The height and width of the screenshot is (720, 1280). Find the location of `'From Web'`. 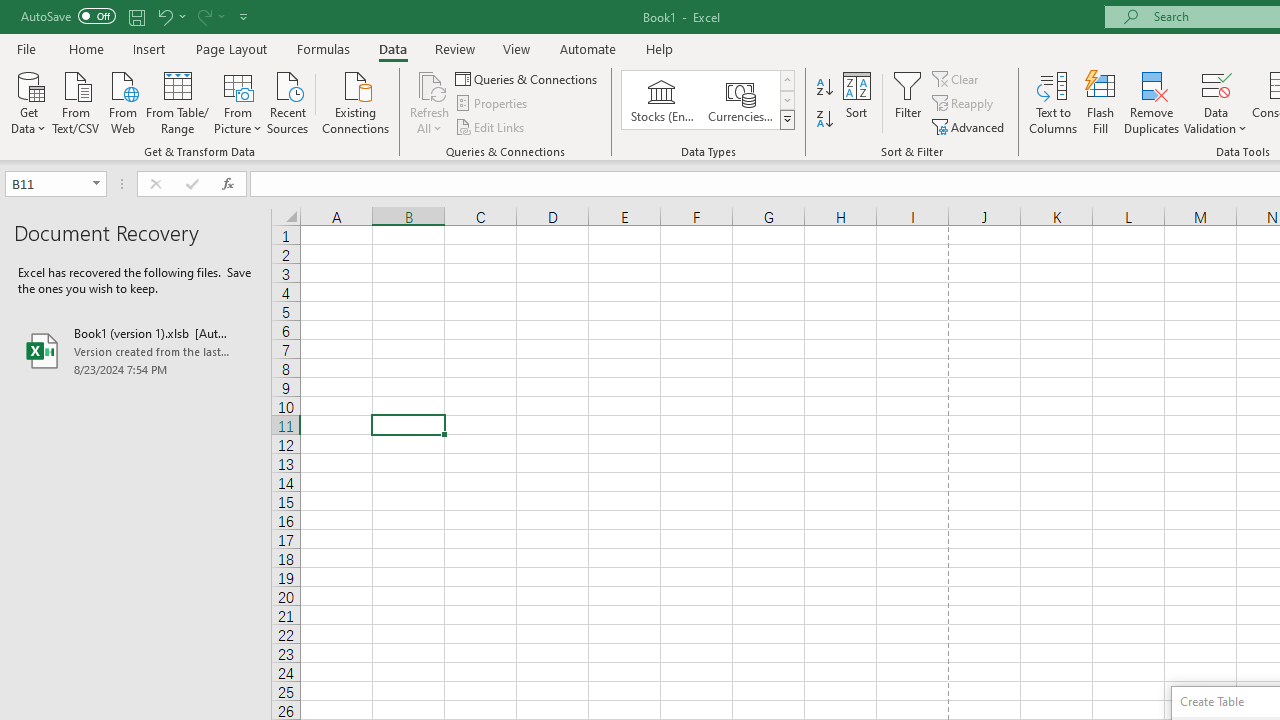

'From Web' is located at coordinates (121, 101).